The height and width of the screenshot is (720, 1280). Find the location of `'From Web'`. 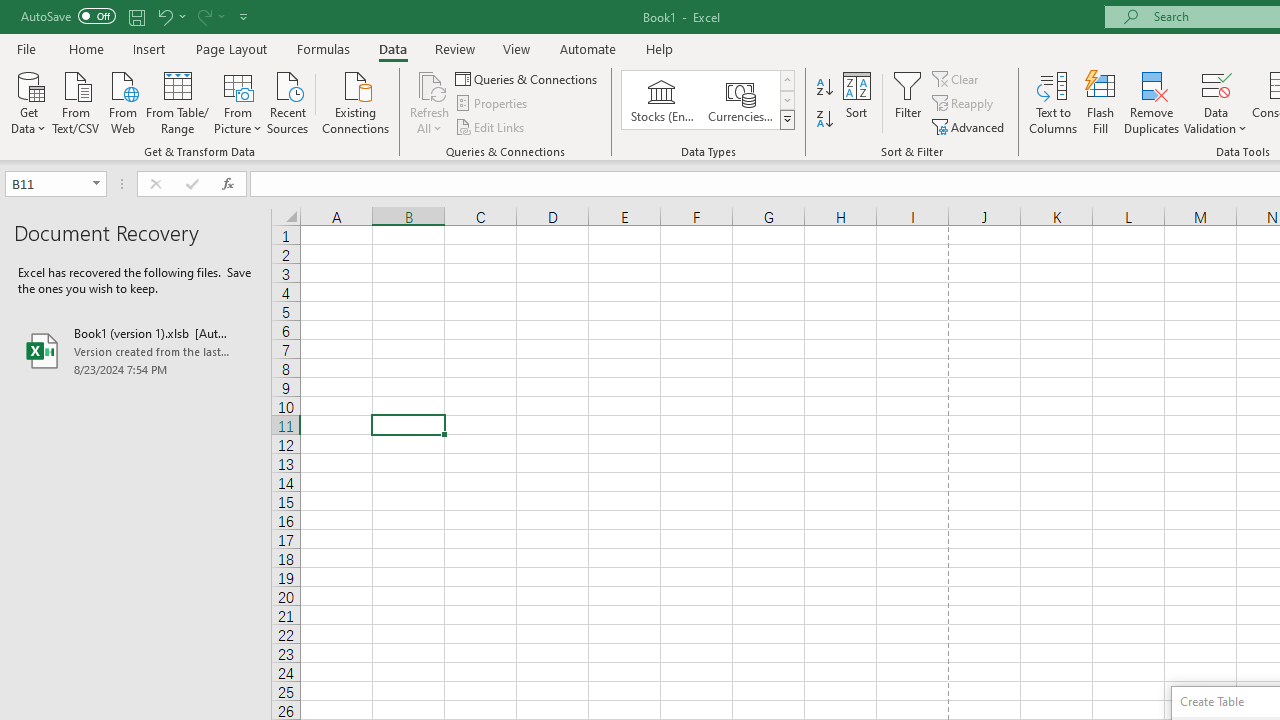

'From Web' is located at coordinates (121, 101).